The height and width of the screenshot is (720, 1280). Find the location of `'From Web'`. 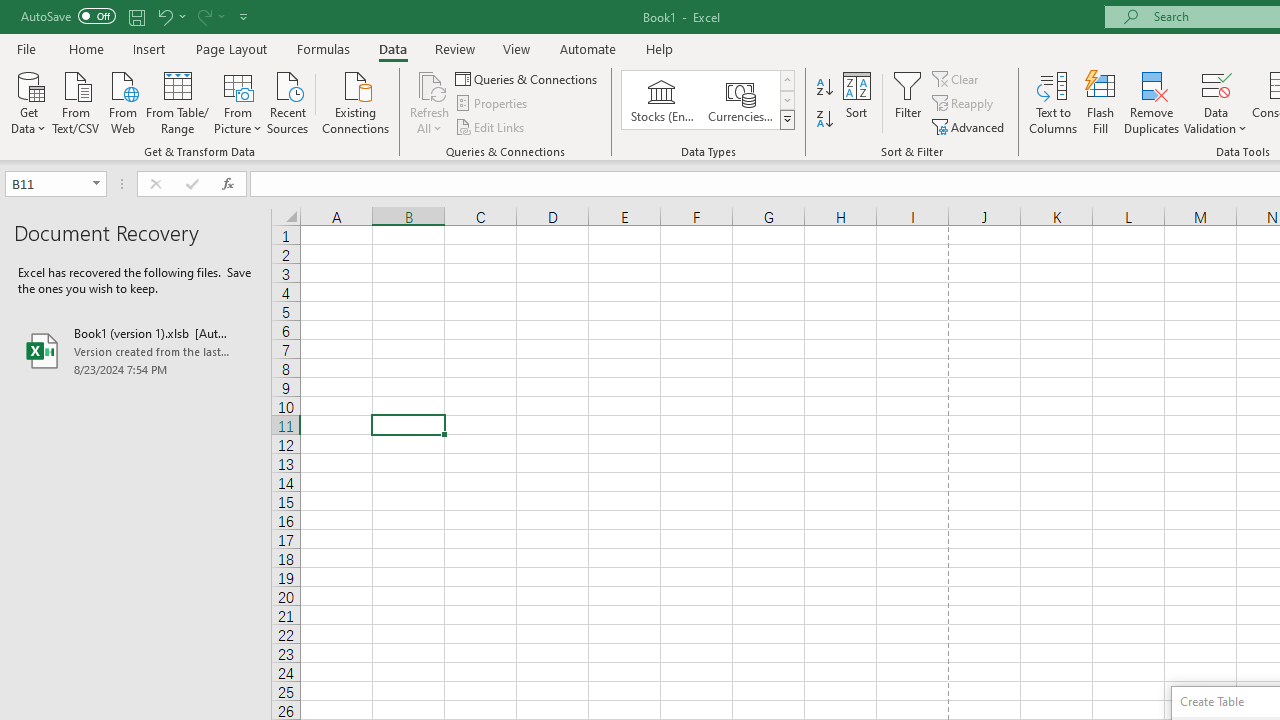

'From Web' is located at coordinates (121, 101).